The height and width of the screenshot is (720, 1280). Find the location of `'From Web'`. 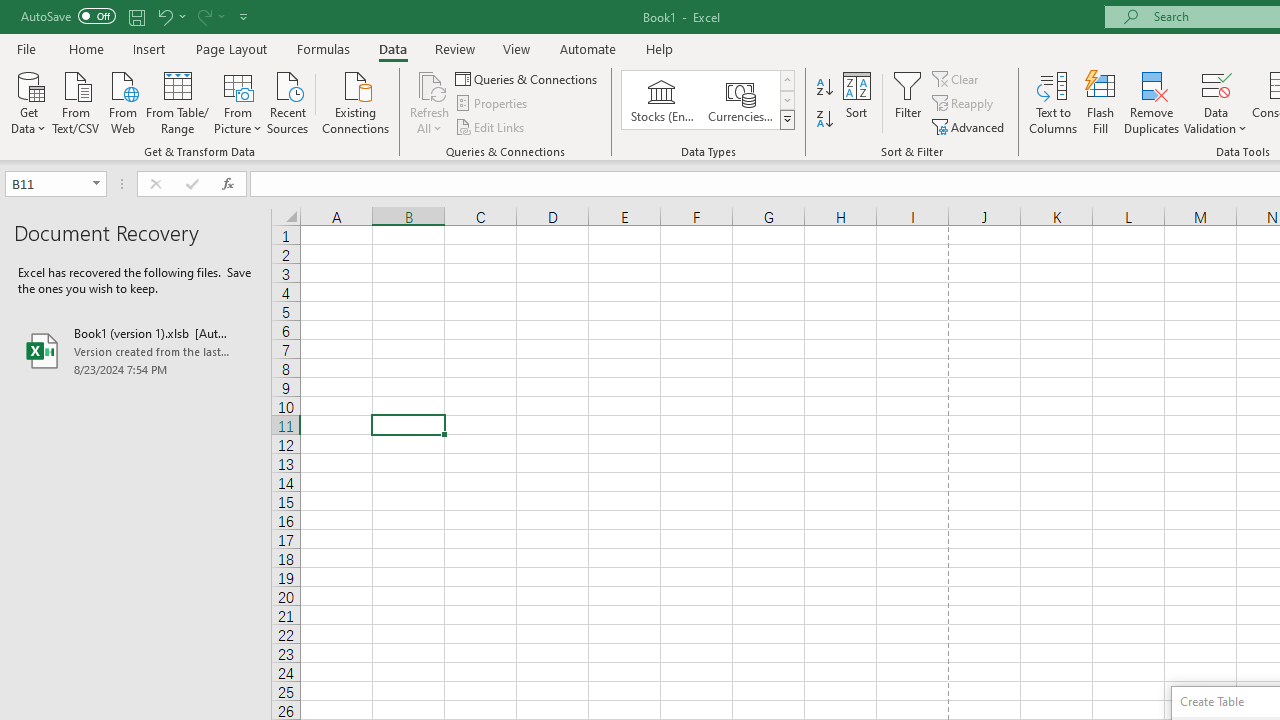

'From Web' is located at coordinates (121, 101).